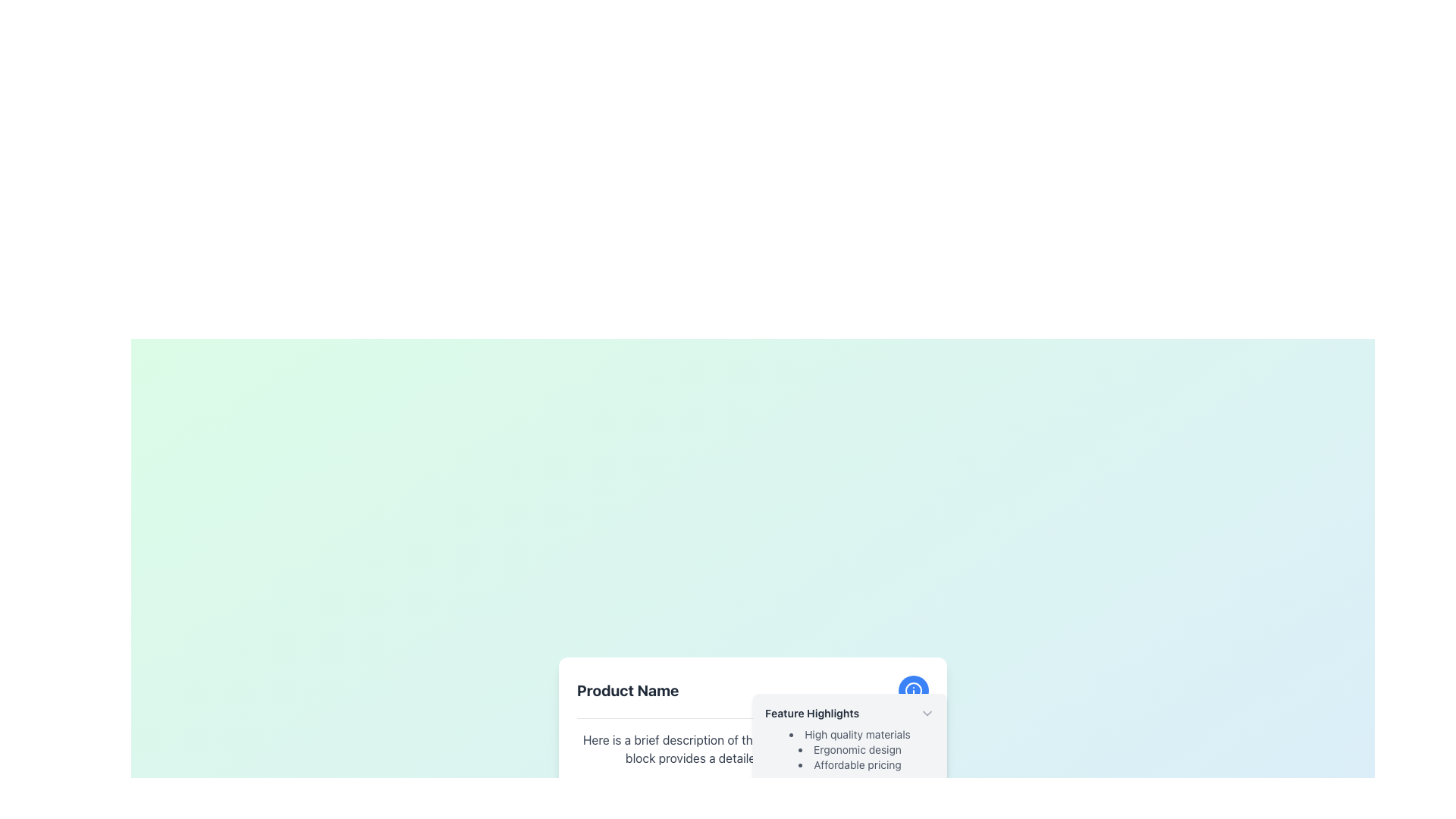  What do you see at coordinates (912, 690) in the screenshot?
I see `the button with an SVG icon located at the upper-right side of the interface, after the 'Product Name' title` at bounding box center [912, 690].